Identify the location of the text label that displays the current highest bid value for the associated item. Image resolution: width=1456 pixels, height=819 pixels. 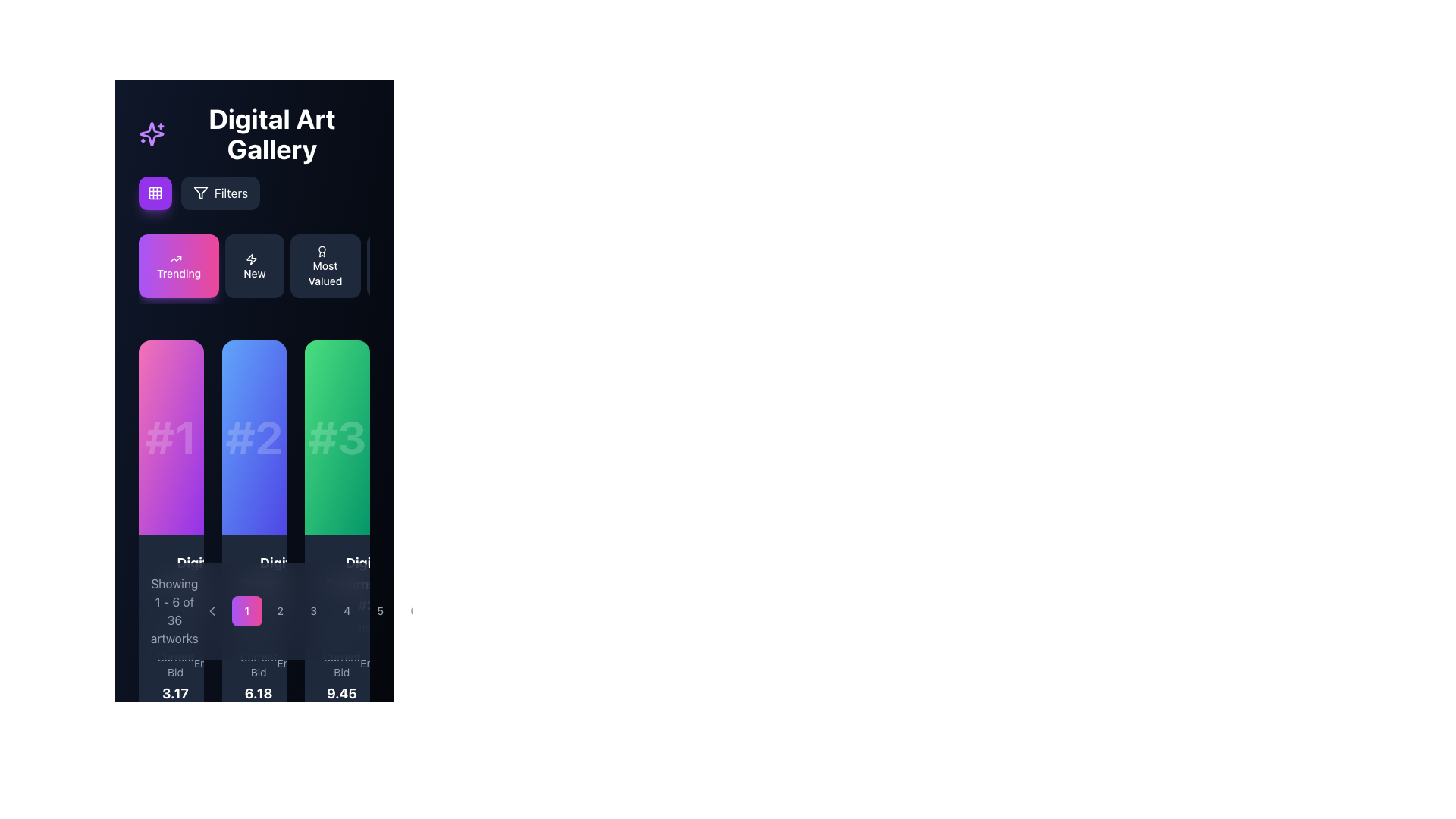
(337, 687).